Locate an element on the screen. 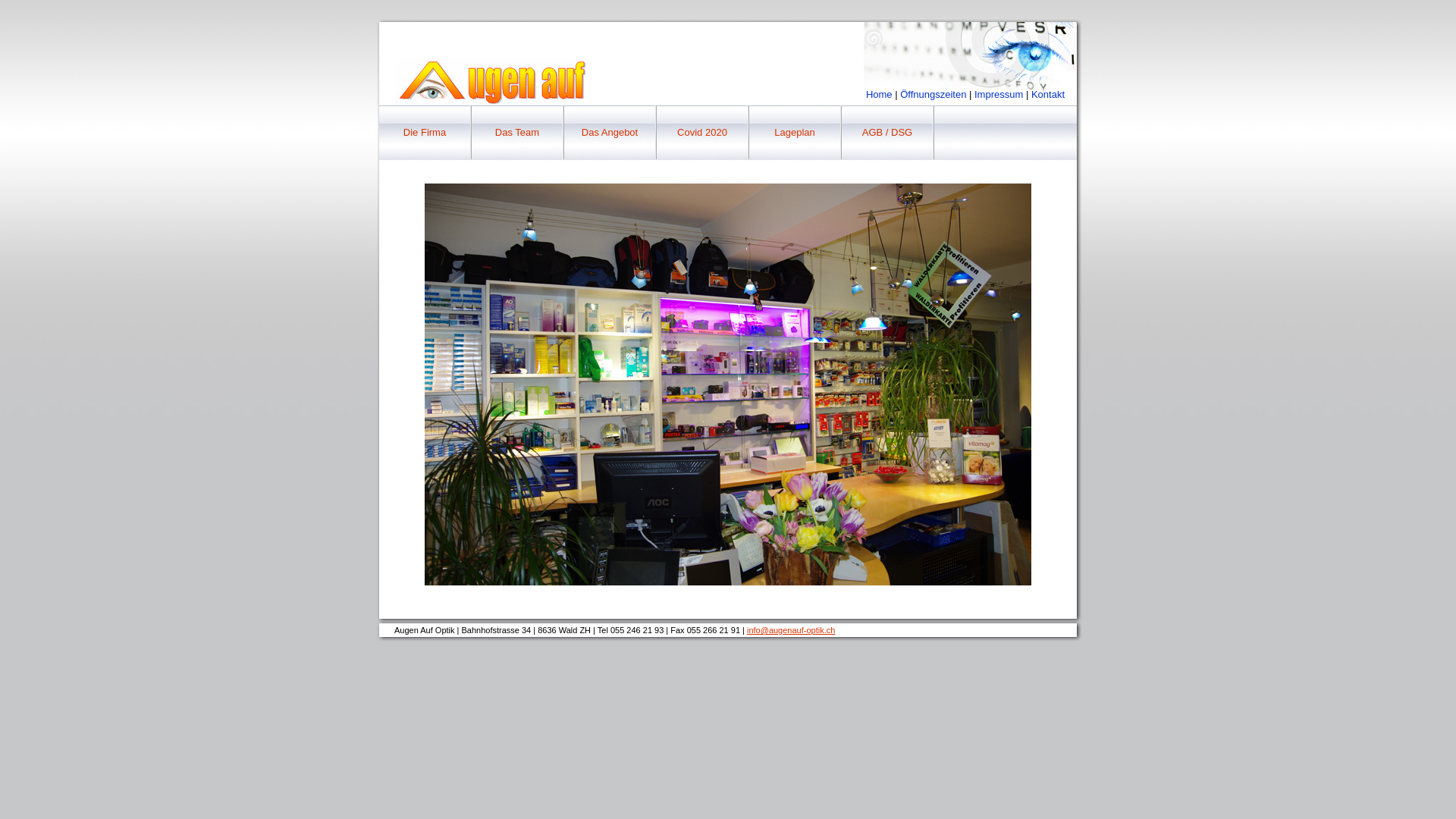 This screenshot has height=819, width=1456. 'Home' is located at coordinates (879, 94).